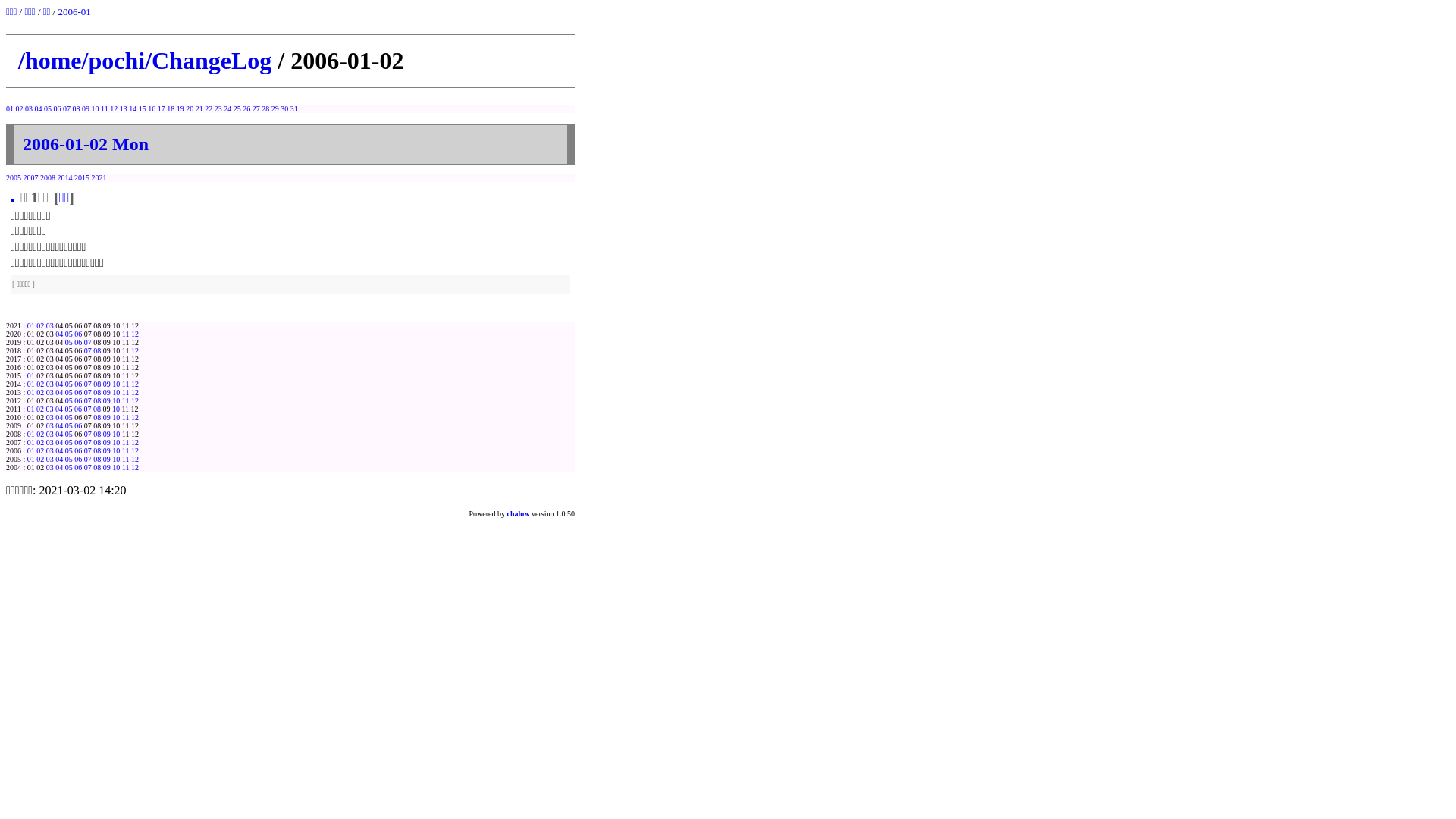  I want to click on '01', so click(27, 325).